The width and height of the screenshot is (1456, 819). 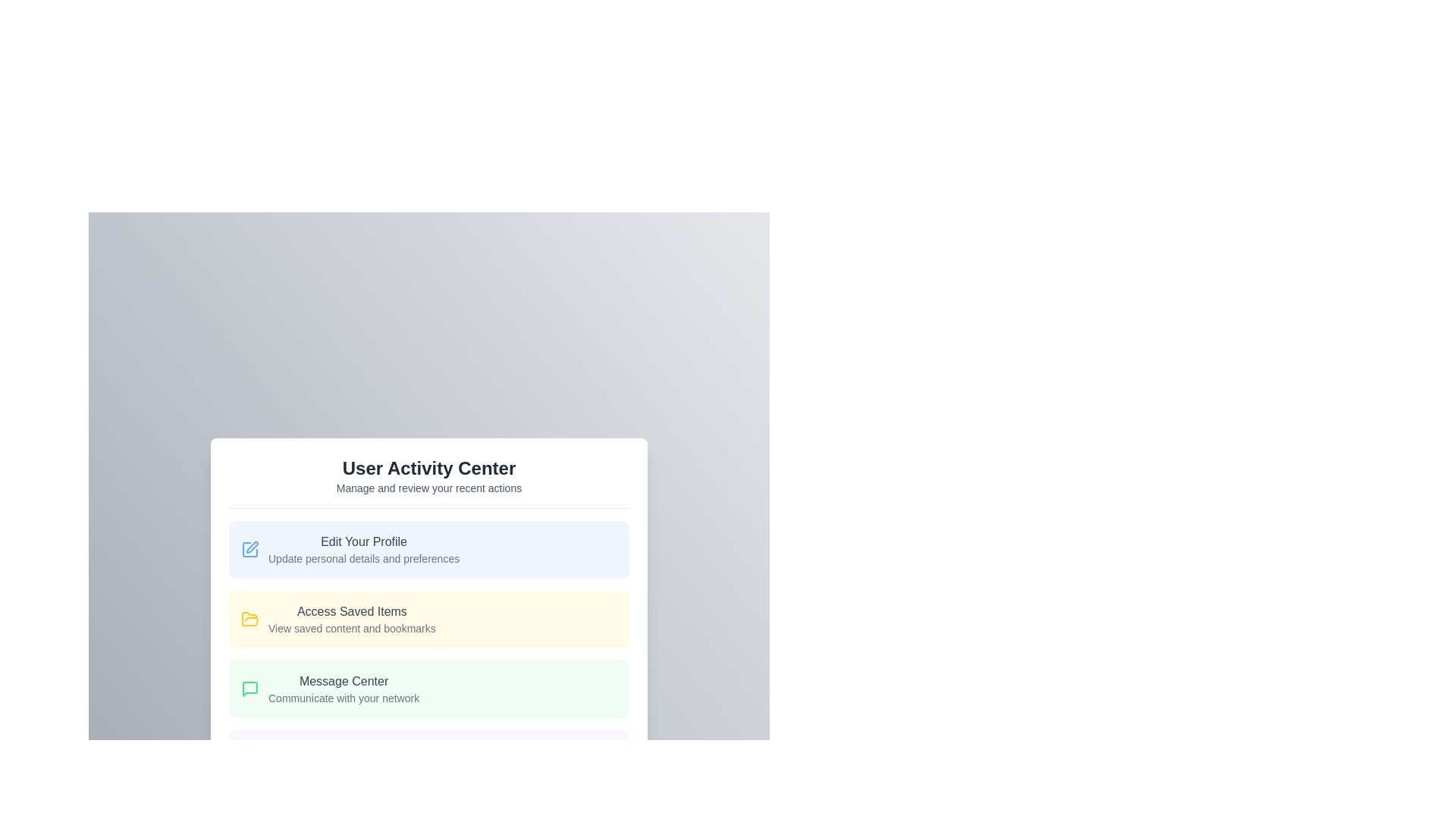 I want to click on the Informational Button labeled 'Edit Your Profile' with a light blue background and a blue pencil icon, positioned above 'Access Saved Items' in the User Activity Center, so click(x=428, y=549).